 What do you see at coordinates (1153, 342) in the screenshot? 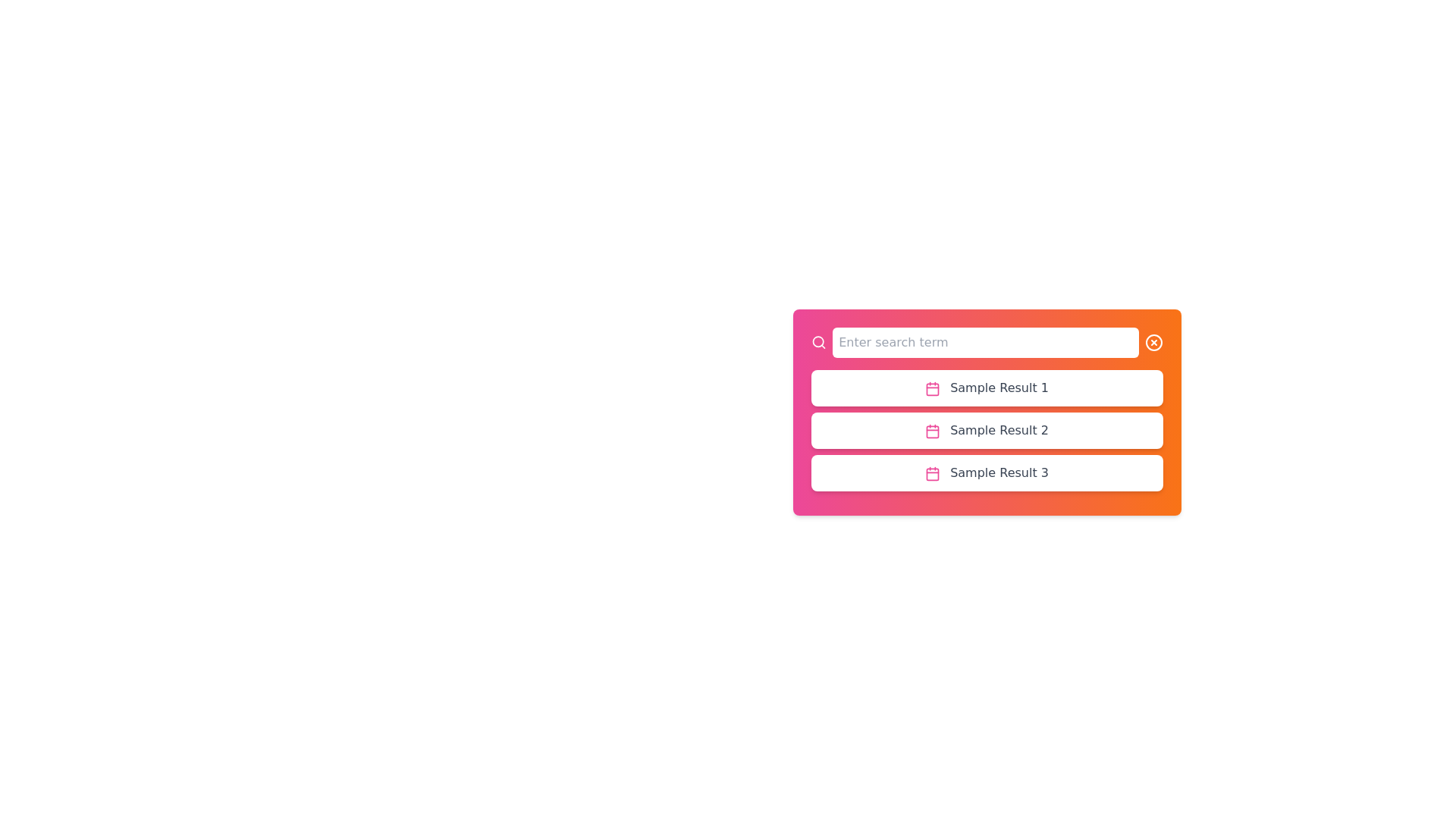
I see `central circle of the top-right corner icon in the pink-orange gradient search bar component` at bounding box center [1153, 342].